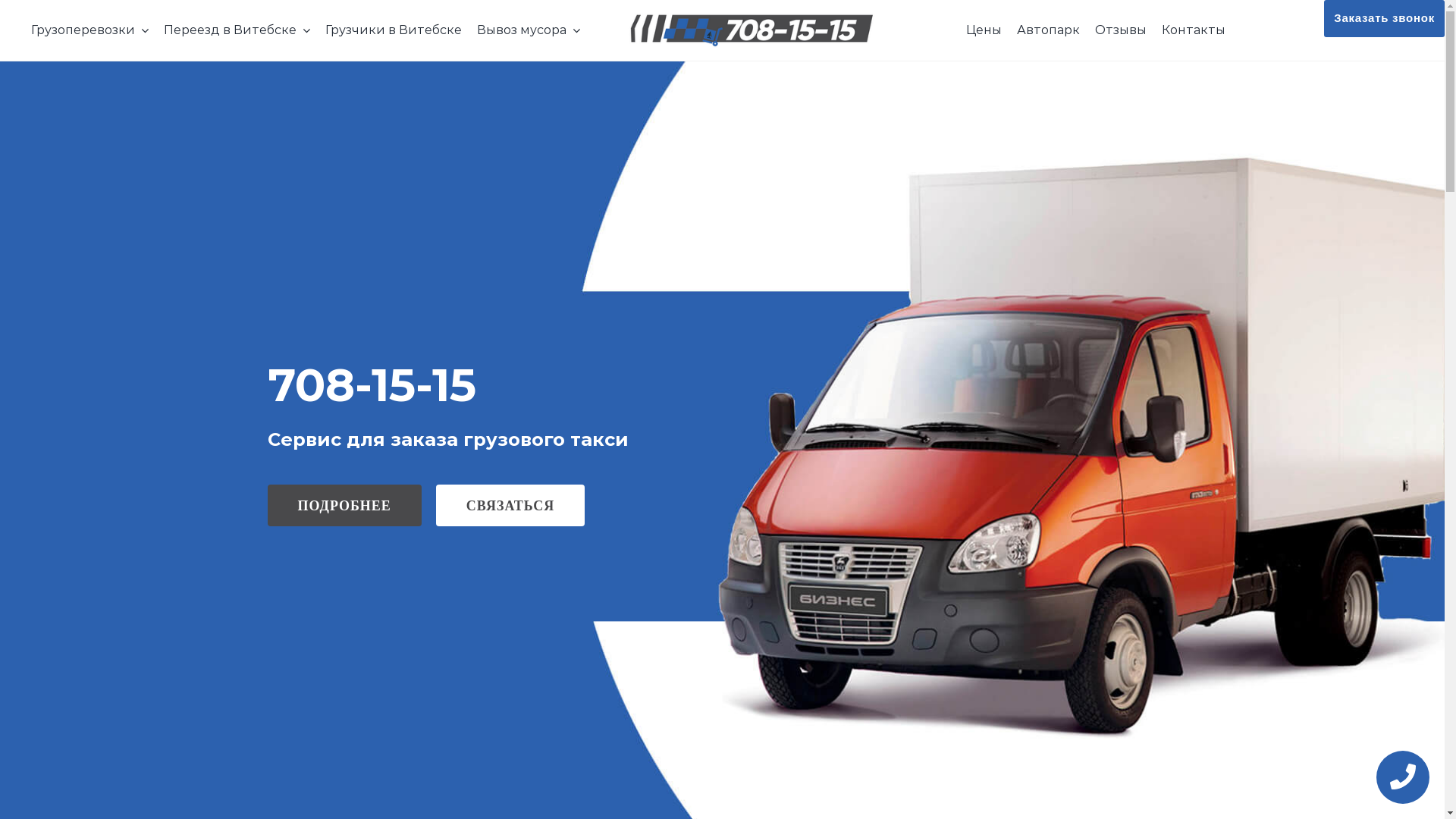 Image resolution: width=1456 pixels, height=819 pixels. Describe the element at coordinates (266, 383) in the screenshot. I see `'708-15-15'` at that location.